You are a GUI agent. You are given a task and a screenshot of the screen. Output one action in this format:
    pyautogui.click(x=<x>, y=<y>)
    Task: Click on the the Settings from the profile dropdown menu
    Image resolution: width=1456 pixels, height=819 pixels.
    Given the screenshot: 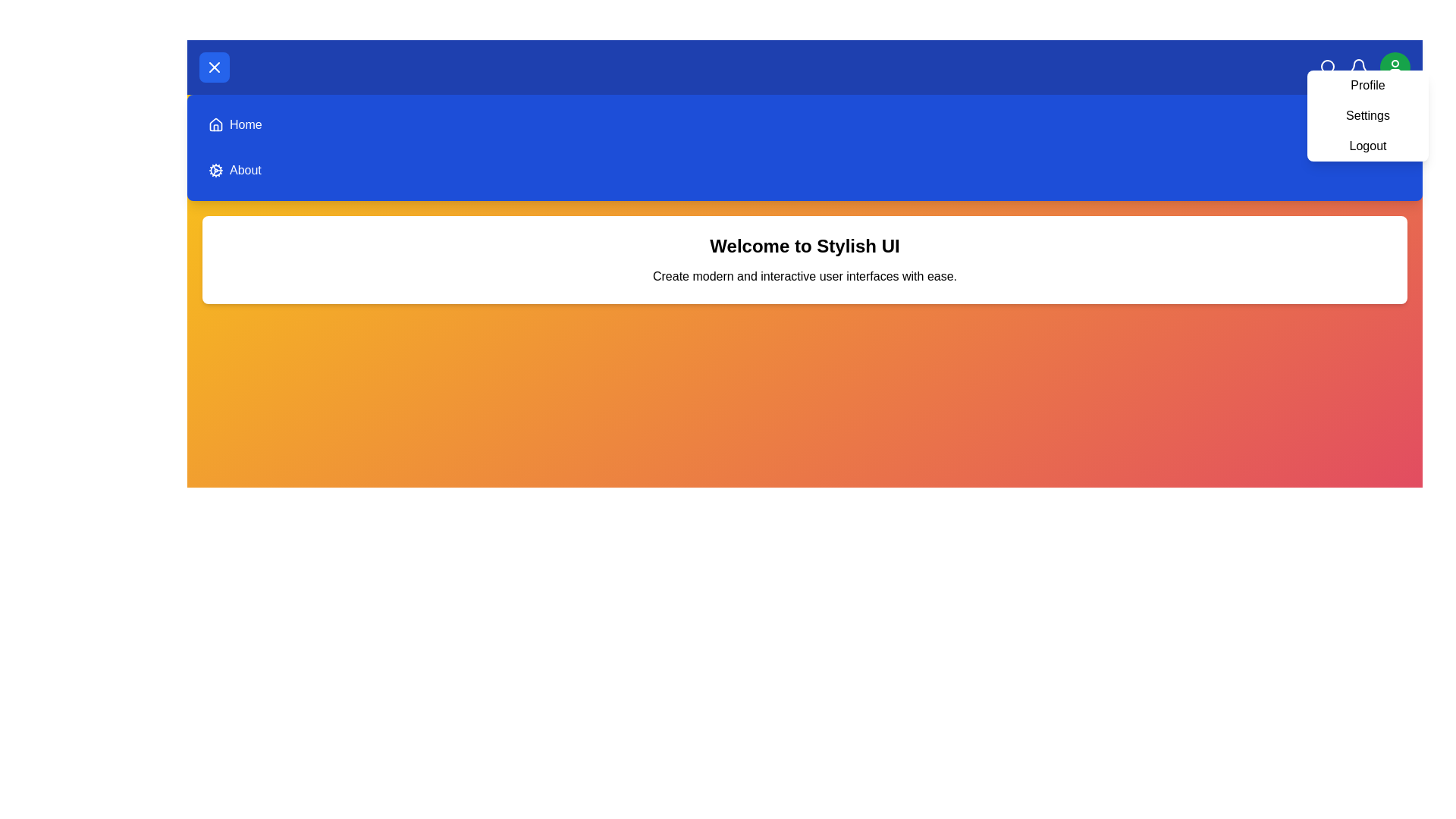 What is the action you would take?
    pyautogui.click(x=1368, y=115)
    